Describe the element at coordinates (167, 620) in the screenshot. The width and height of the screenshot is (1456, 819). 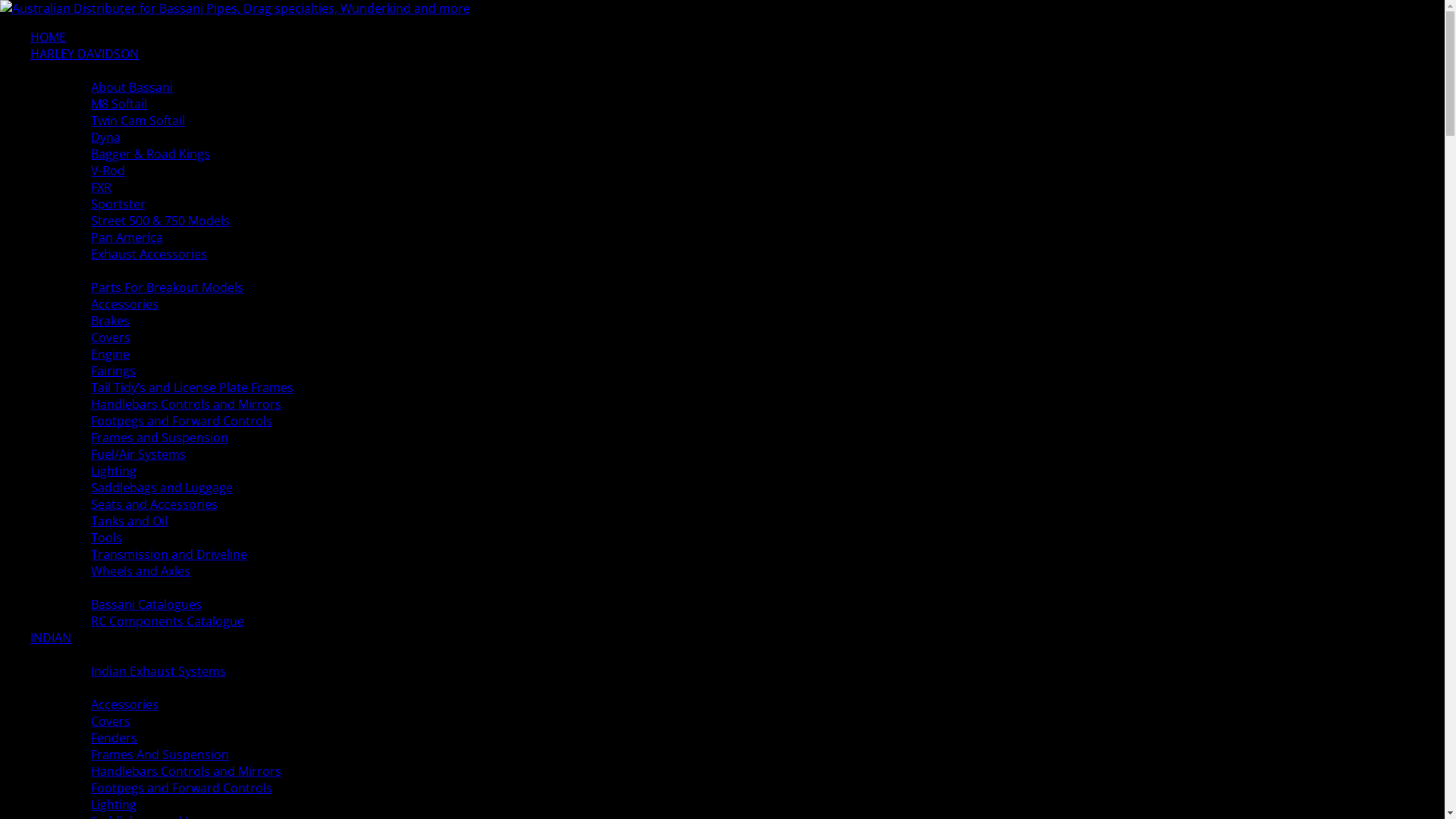
I see `'RC Components Catalogue'` at that location.